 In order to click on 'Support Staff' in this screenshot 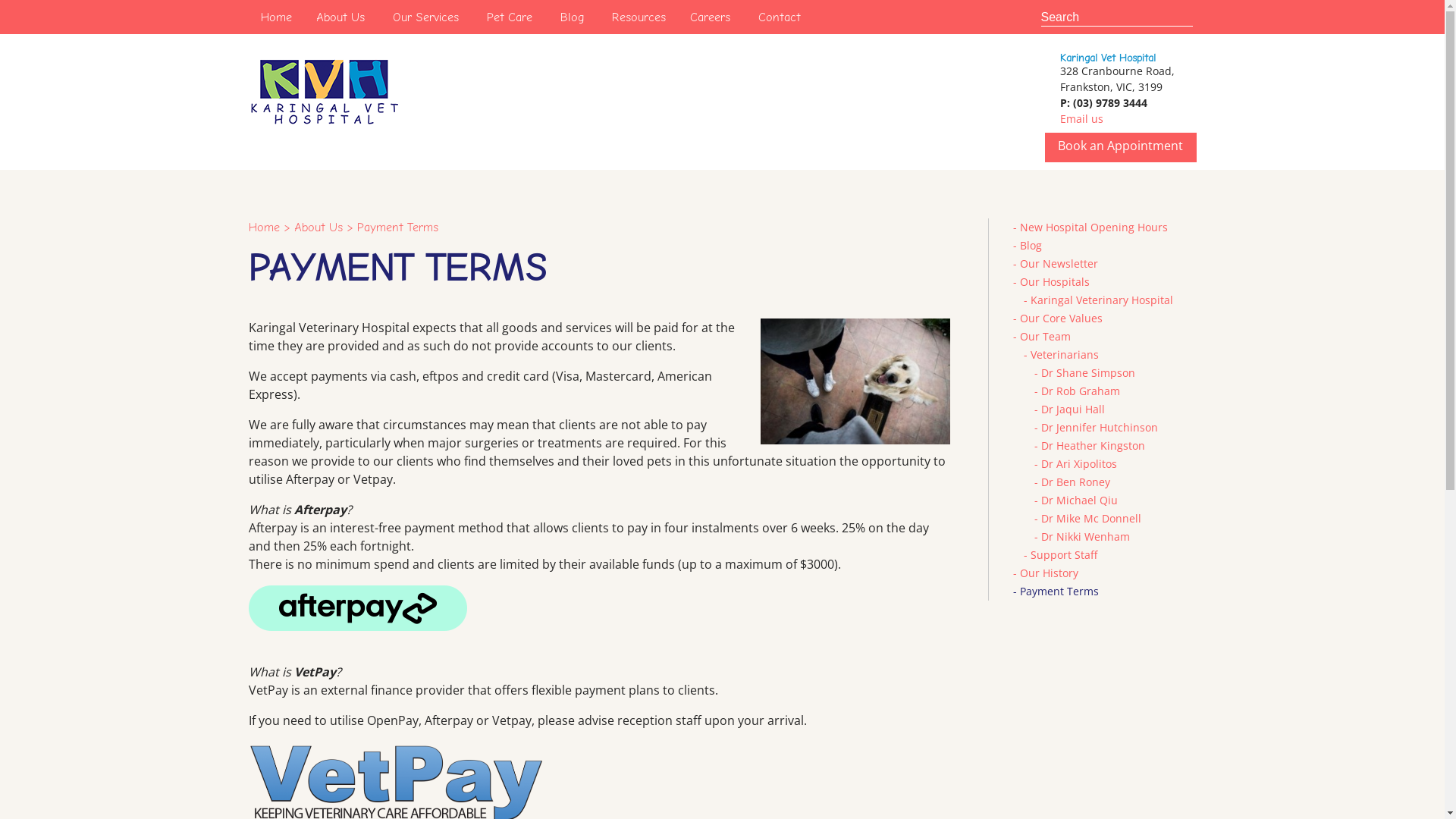, I will do `click(1062, 554)`.